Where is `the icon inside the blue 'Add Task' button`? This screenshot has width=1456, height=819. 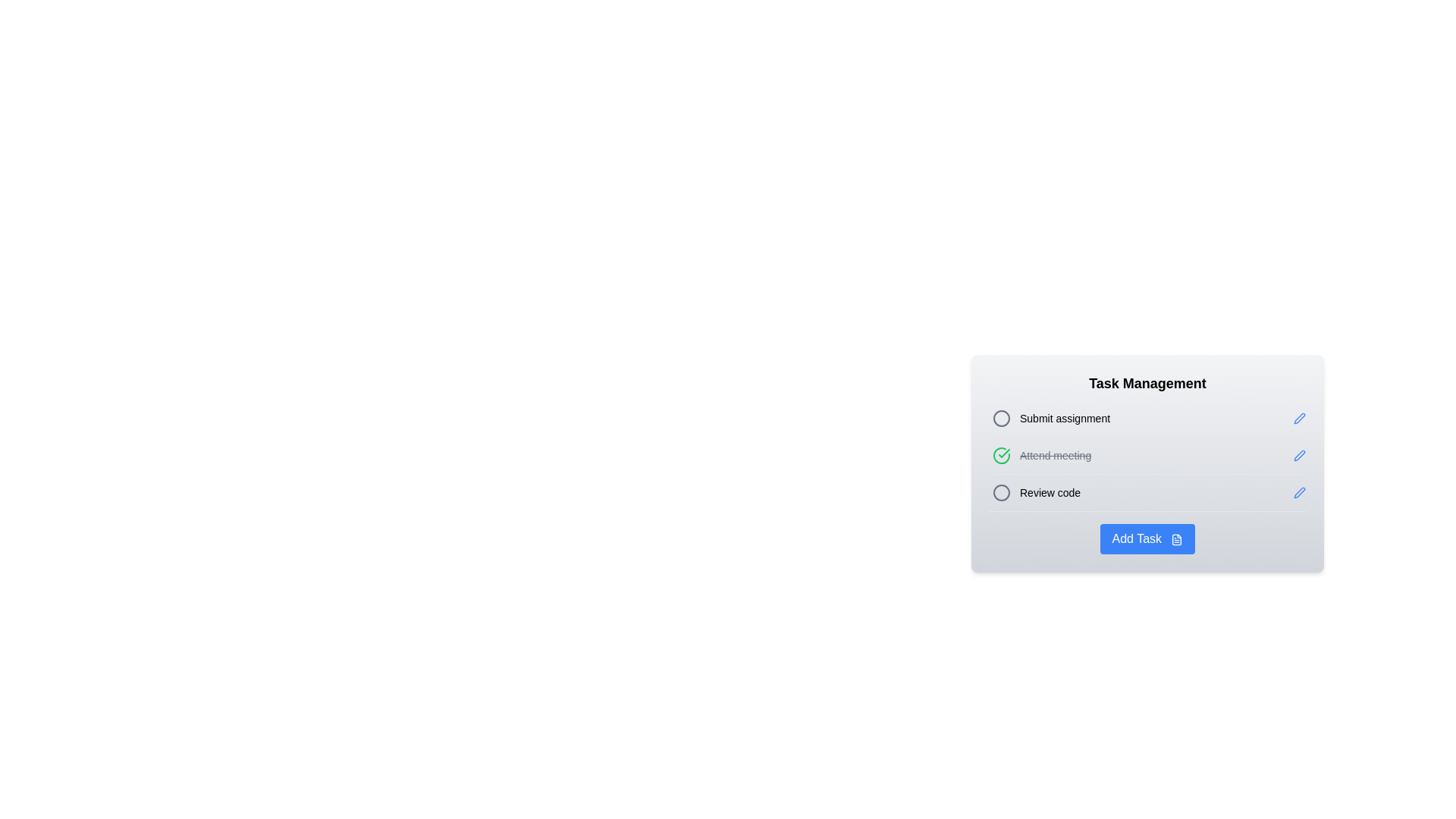
the icon inside the blue 'Add Task' button is located at coordinates (1176, 538).